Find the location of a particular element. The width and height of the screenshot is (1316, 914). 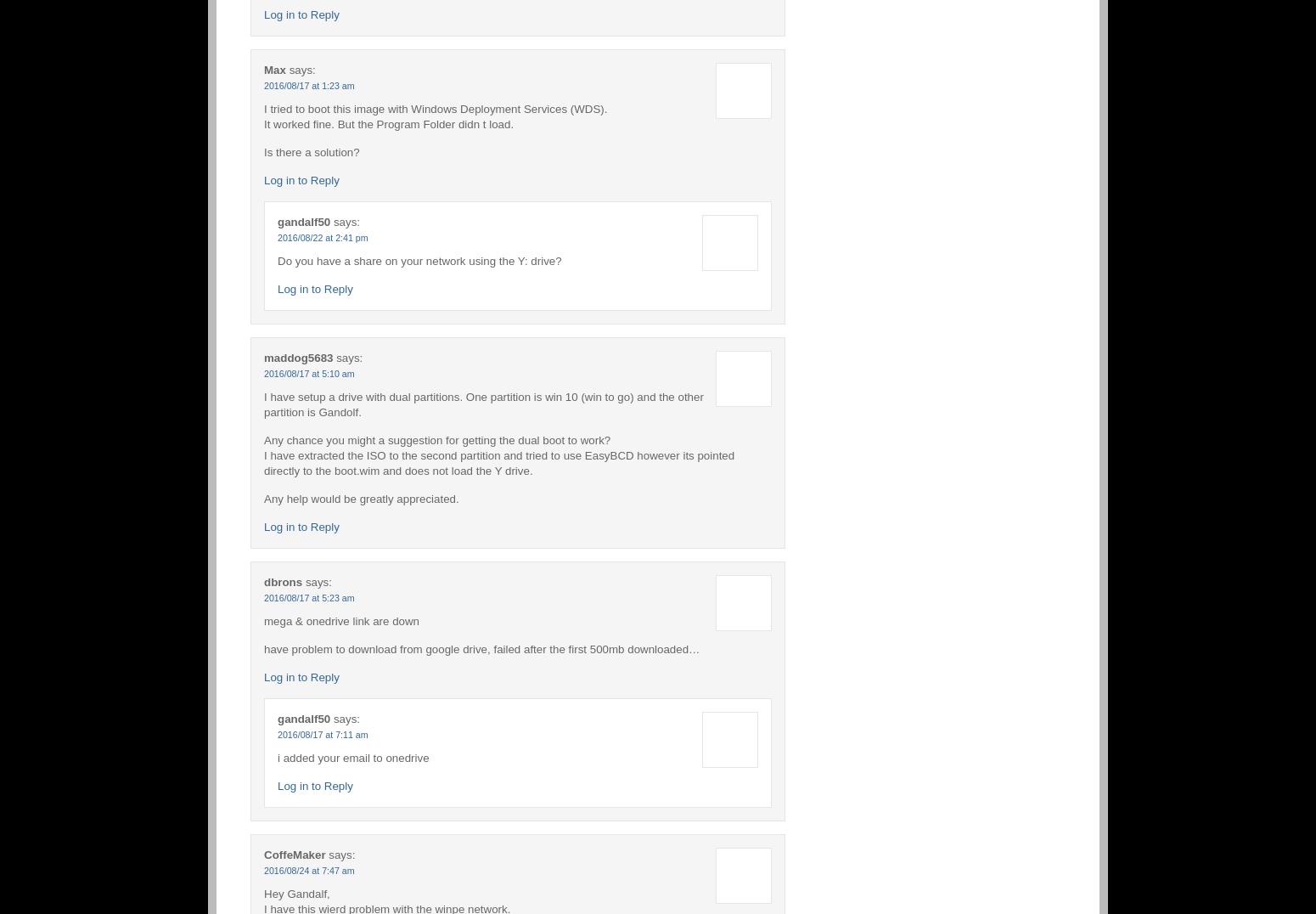

'2016/08/17 at 7:11 am' is located at coordinates (322, 734).